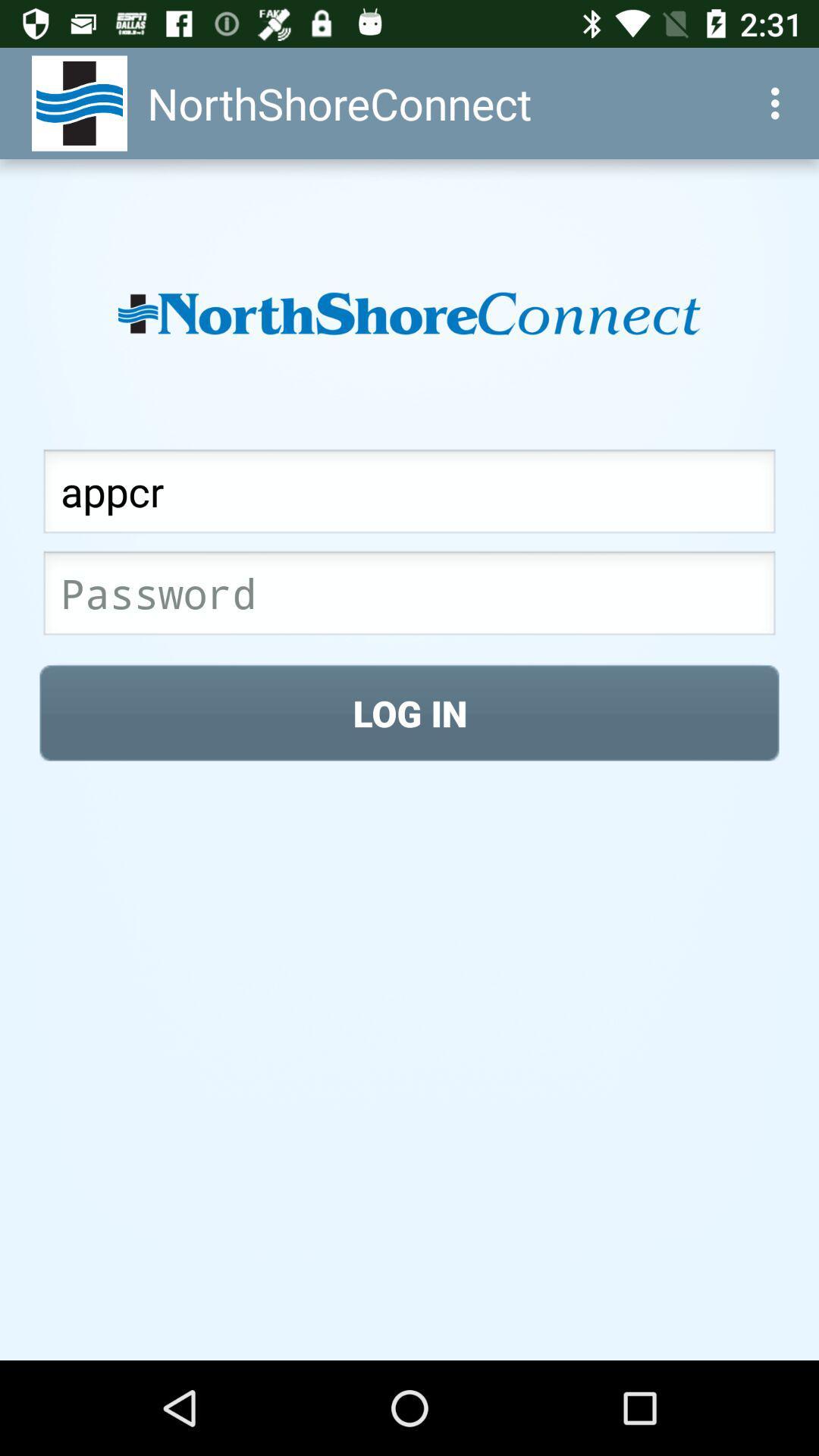 The width and height of the screenshot is (819, 1456). I want to click on the appcr, so click(409, 495).